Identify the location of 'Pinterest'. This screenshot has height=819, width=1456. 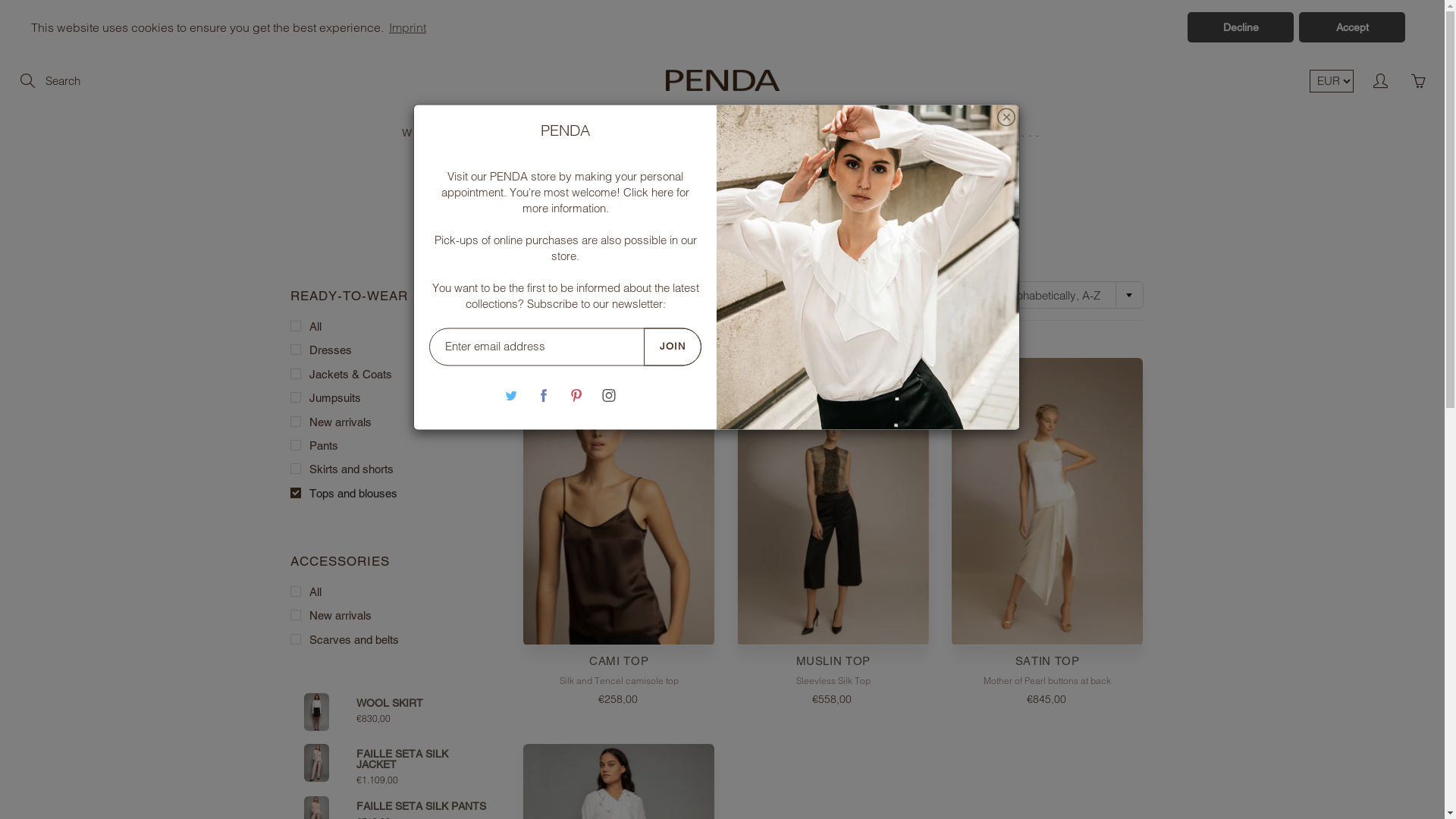
(575, 394).